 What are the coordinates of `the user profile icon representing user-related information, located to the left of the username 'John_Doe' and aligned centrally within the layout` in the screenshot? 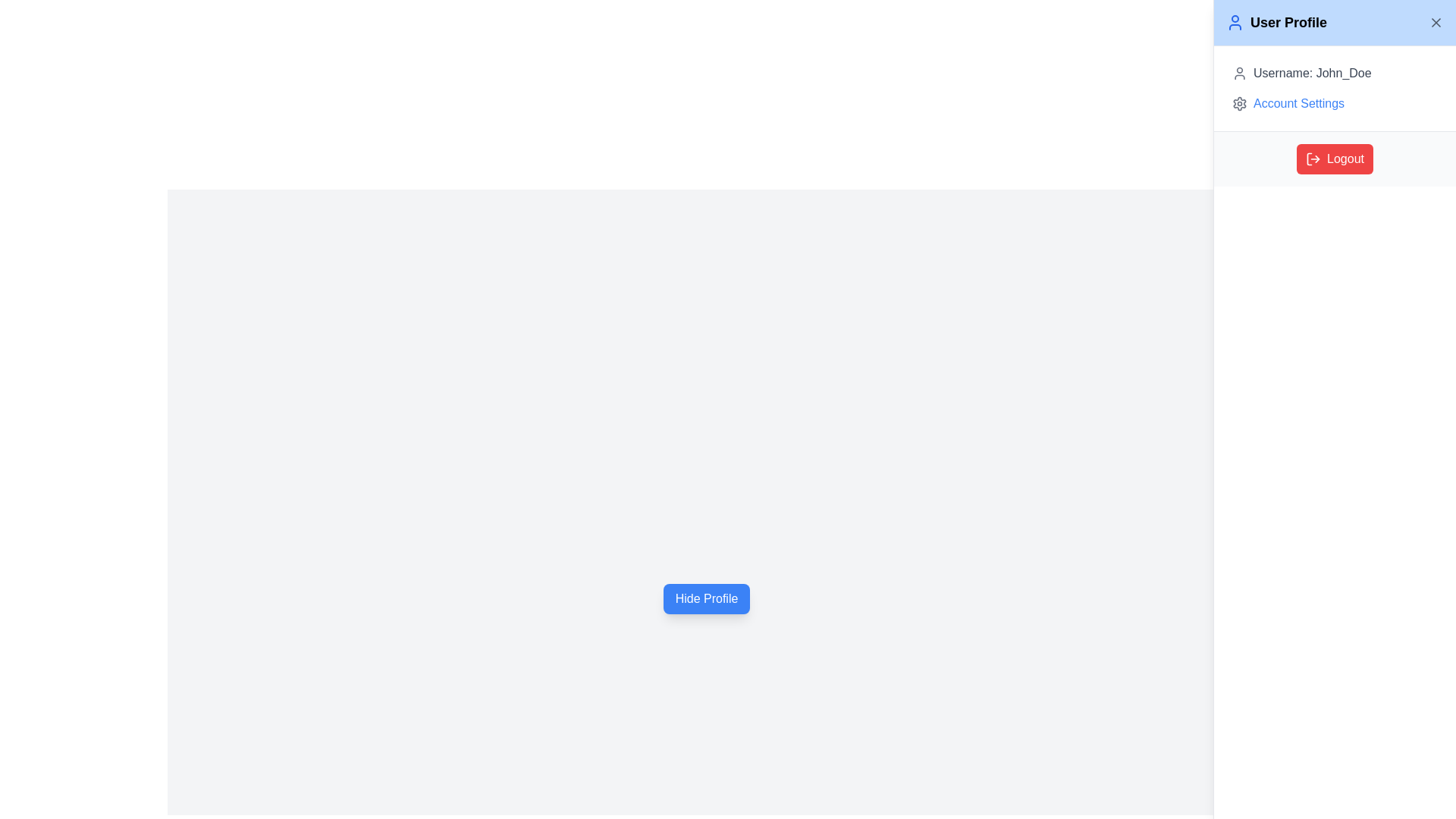 It's located at (1240, 73).